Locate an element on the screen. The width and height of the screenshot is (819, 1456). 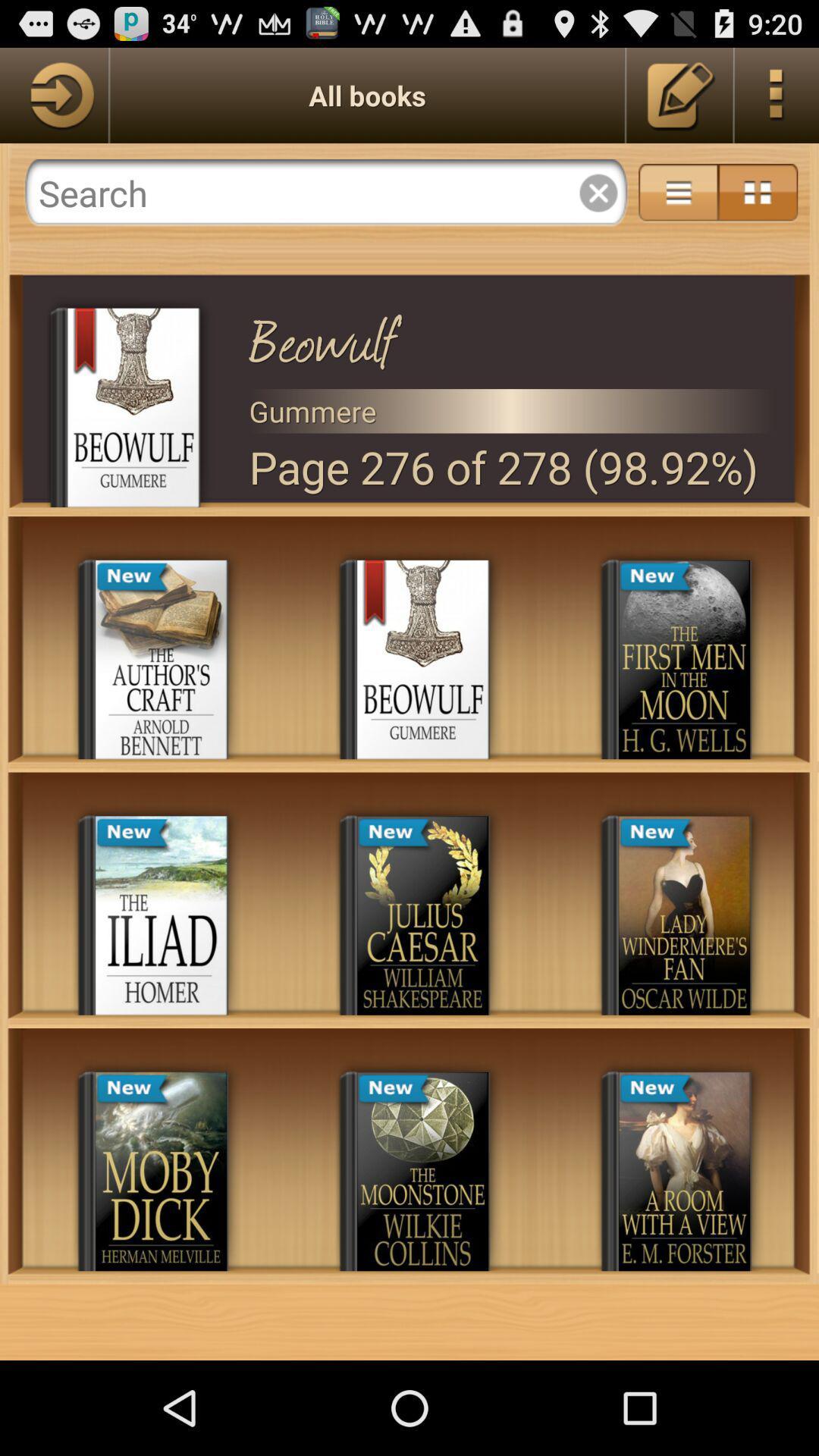
edit book is located at coordinates (679, 94).